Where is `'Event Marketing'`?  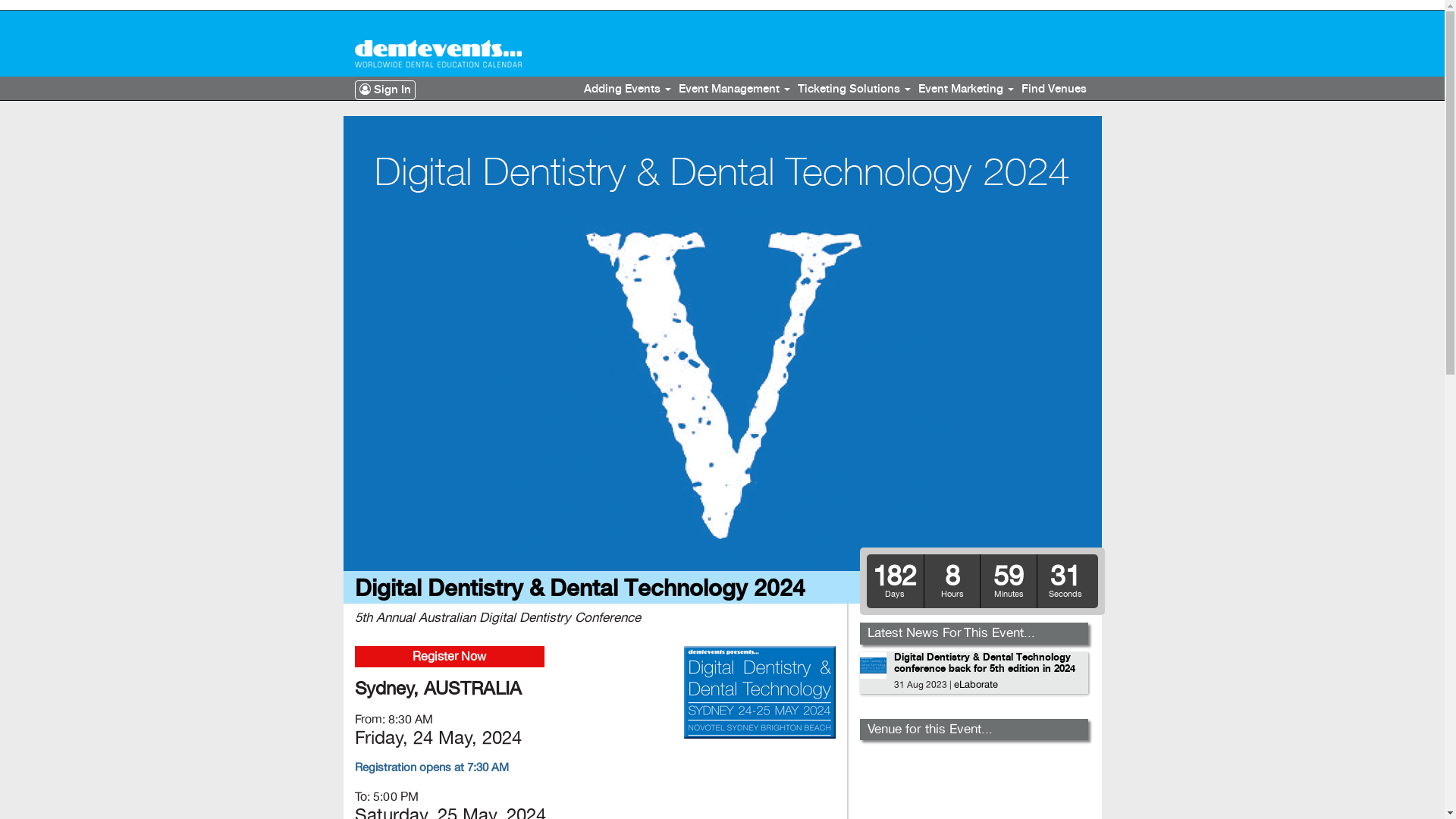 'Event Marketing' is located at coordinates (965, 89).